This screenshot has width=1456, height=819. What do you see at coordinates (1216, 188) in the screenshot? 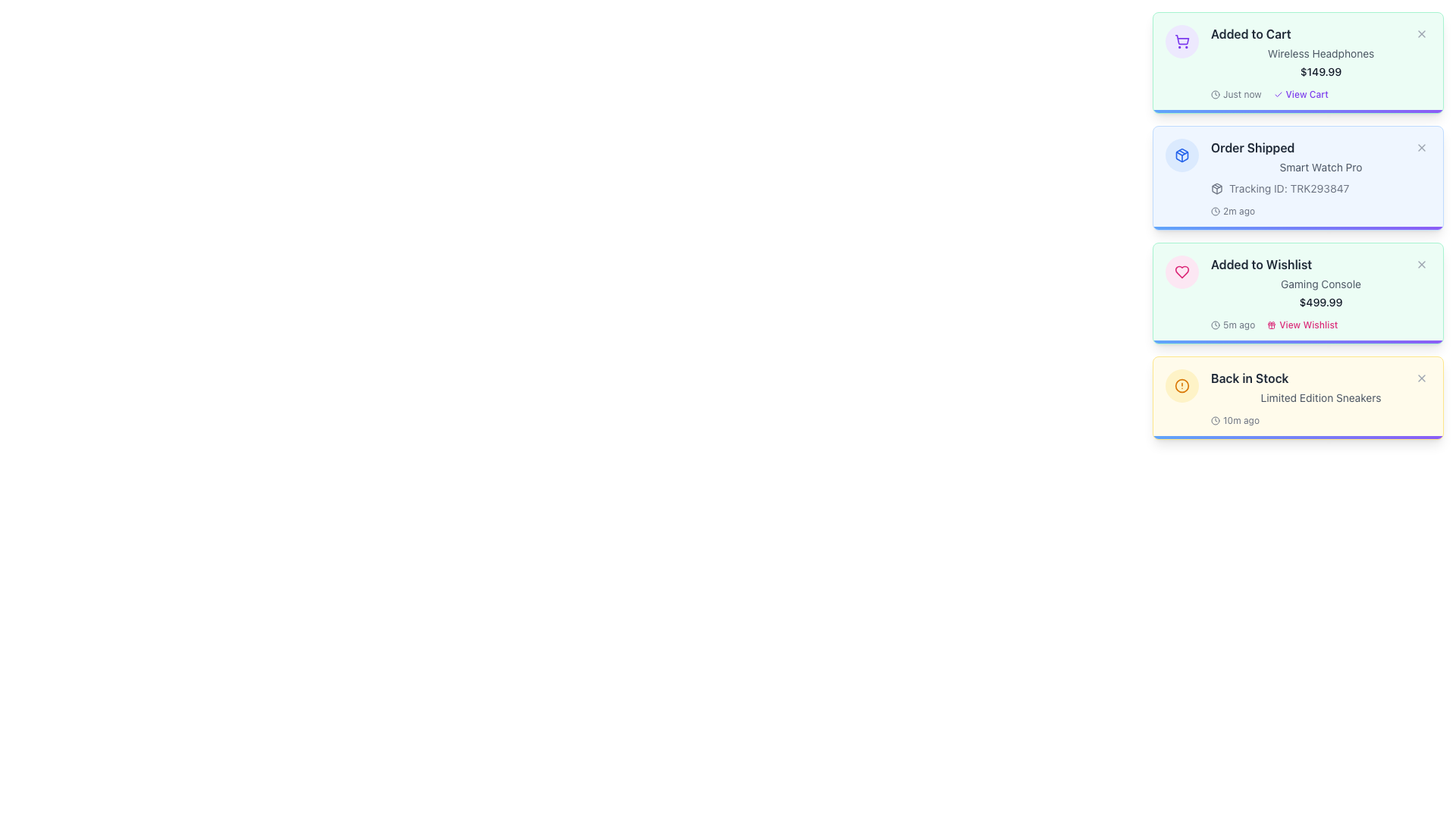
I see `the appearance of the small package icon located to the left of the text 'Tracking ID: TRK293847' in the 'Order Shipped' notification box` at bounding box center [1216, 188].